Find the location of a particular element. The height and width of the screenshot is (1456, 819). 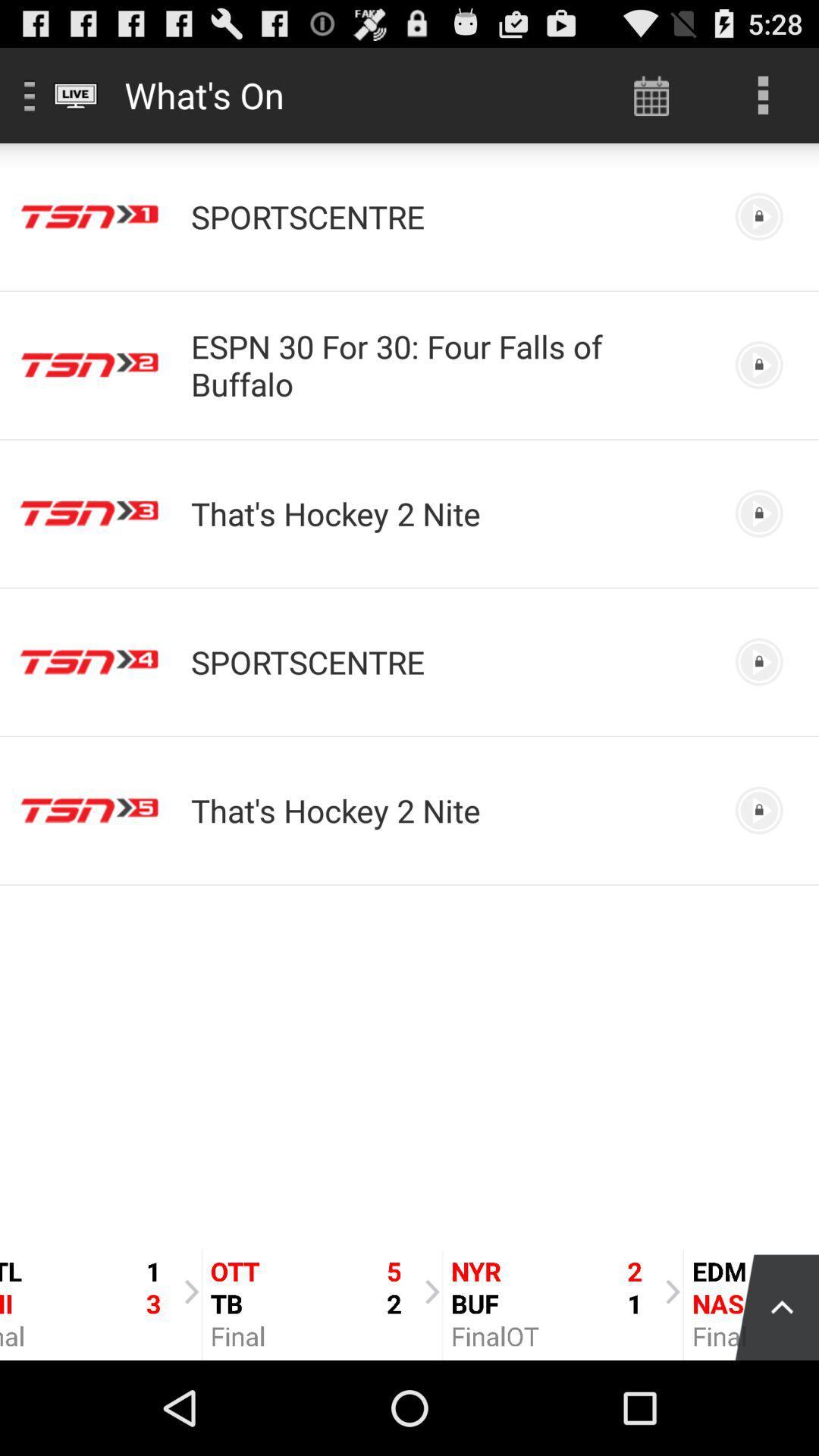

icon to the right of the what's on item is located at coordinates (651, 94).